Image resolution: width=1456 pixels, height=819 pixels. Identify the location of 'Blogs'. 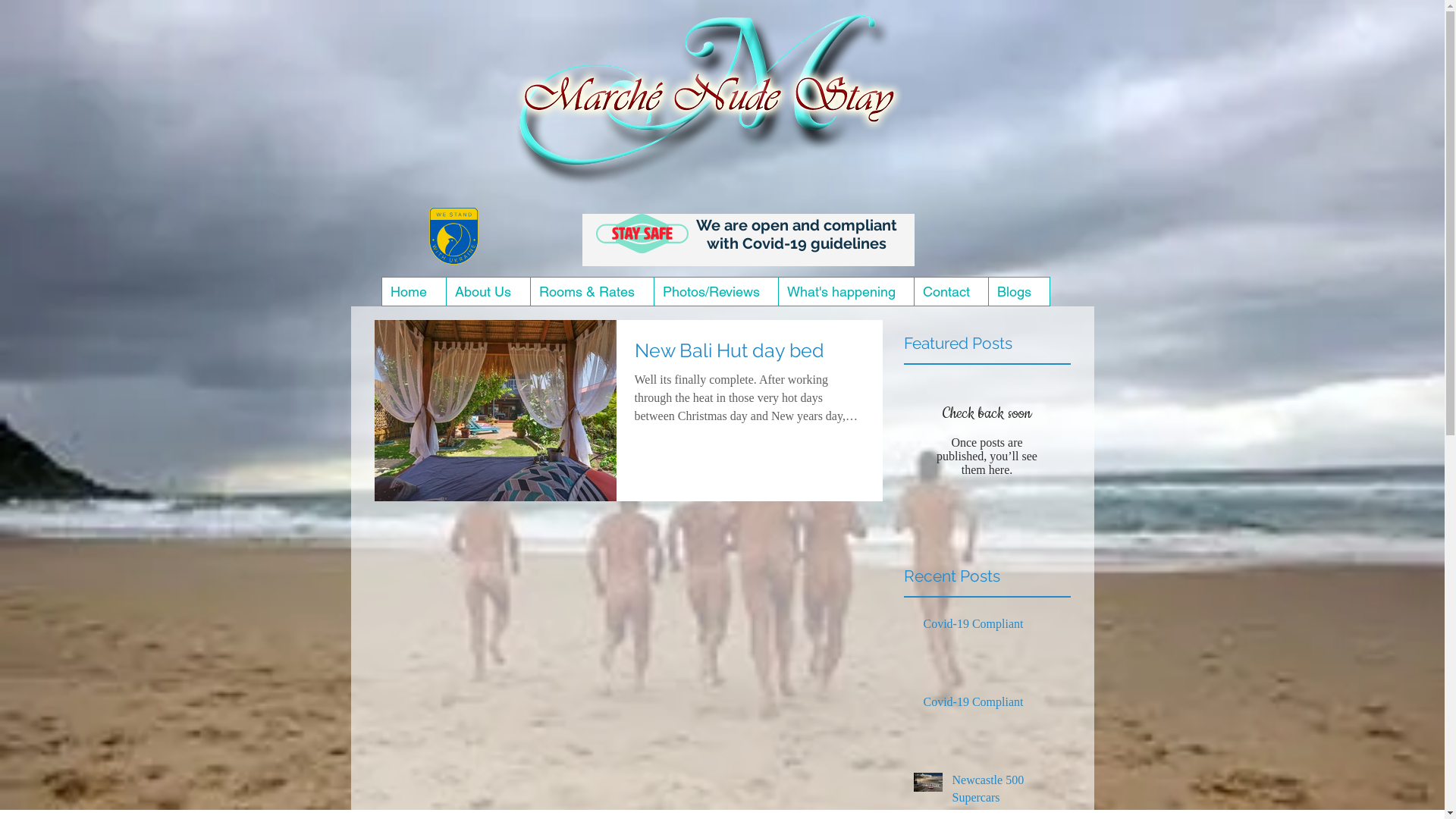
(1018, 291).